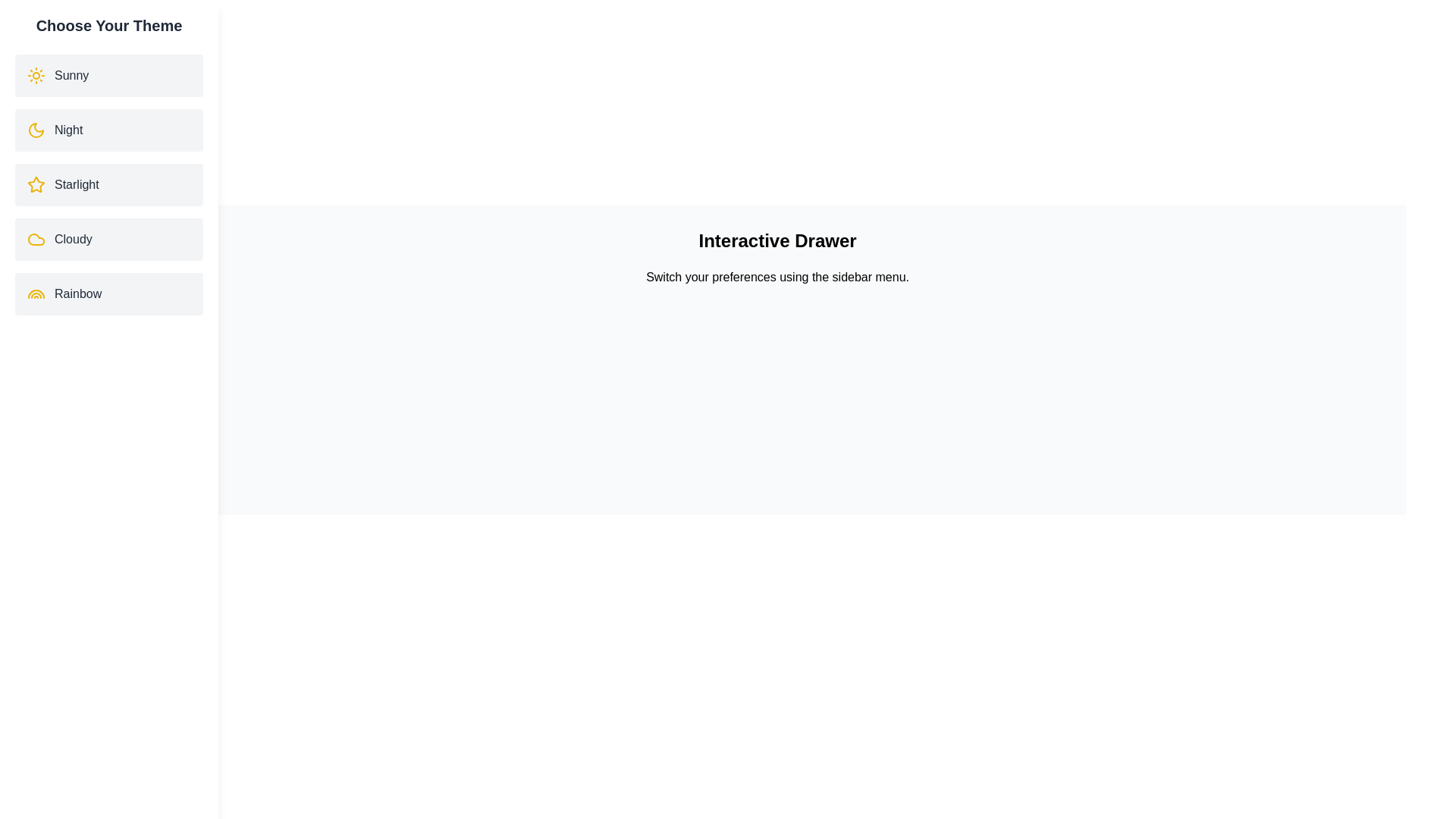 The width and height of the screenshot is (1456, 819). I want to click on the theme Starlight by clicking on its corresponding list item, so click(108, 184).